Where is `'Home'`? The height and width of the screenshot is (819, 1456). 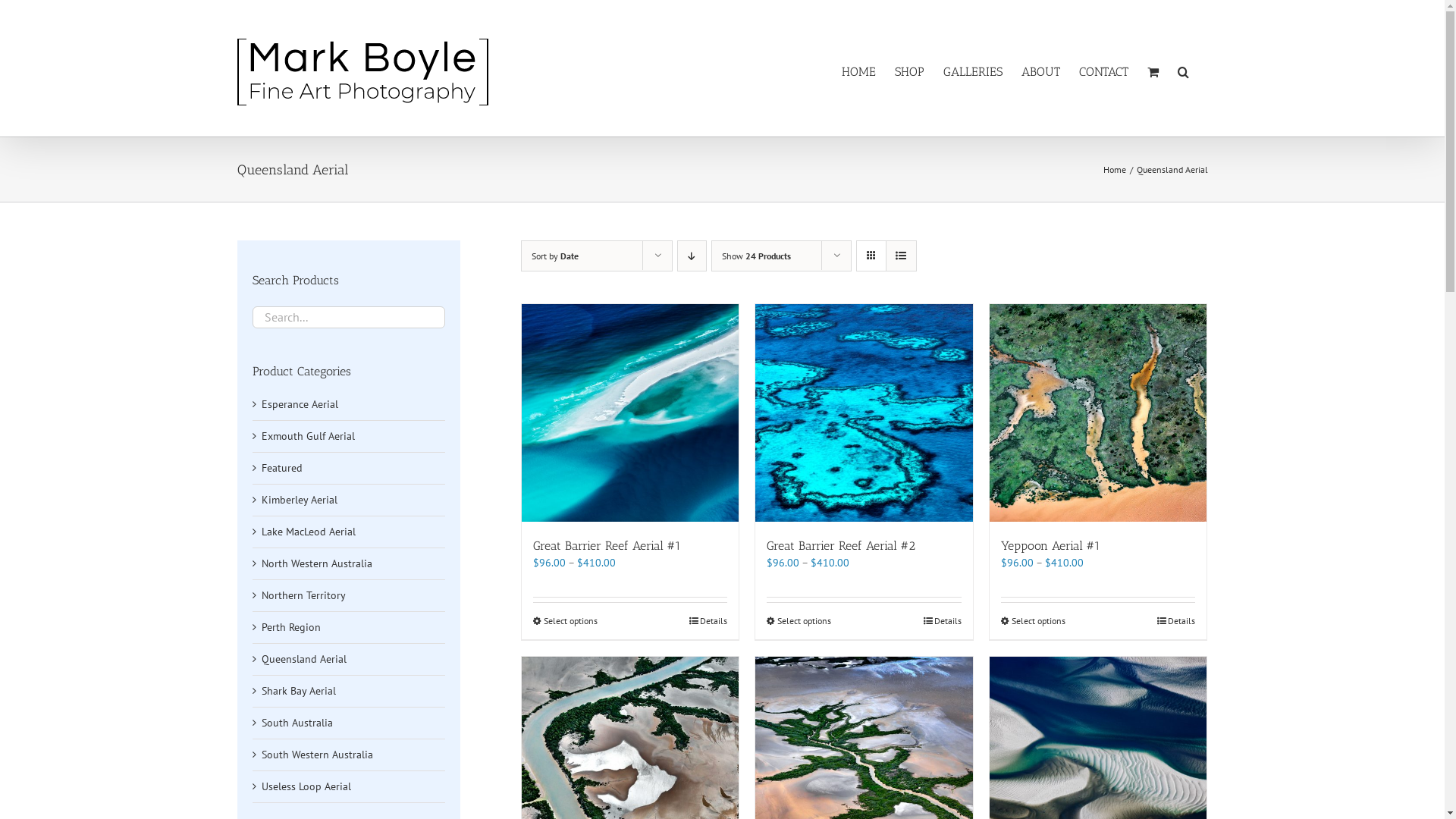
'Home' is located at coordinates (1113, 169).